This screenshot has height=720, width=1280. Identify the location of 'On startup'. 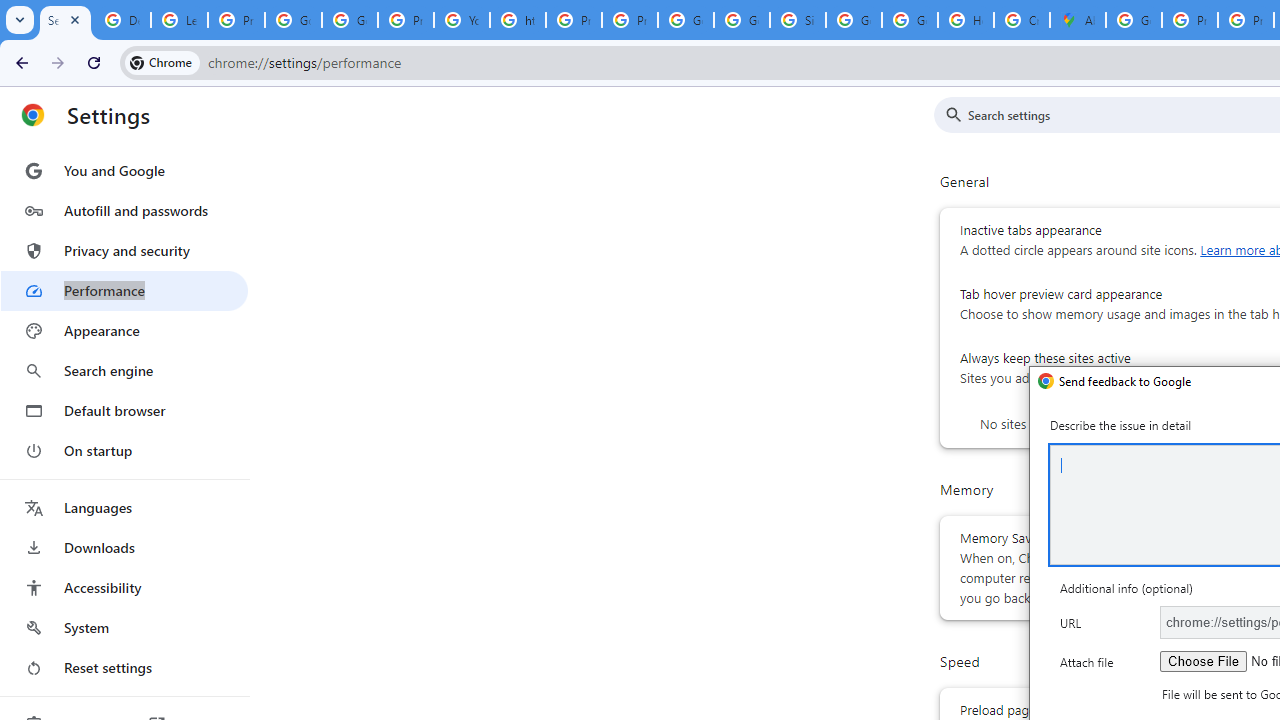
(123, 451).